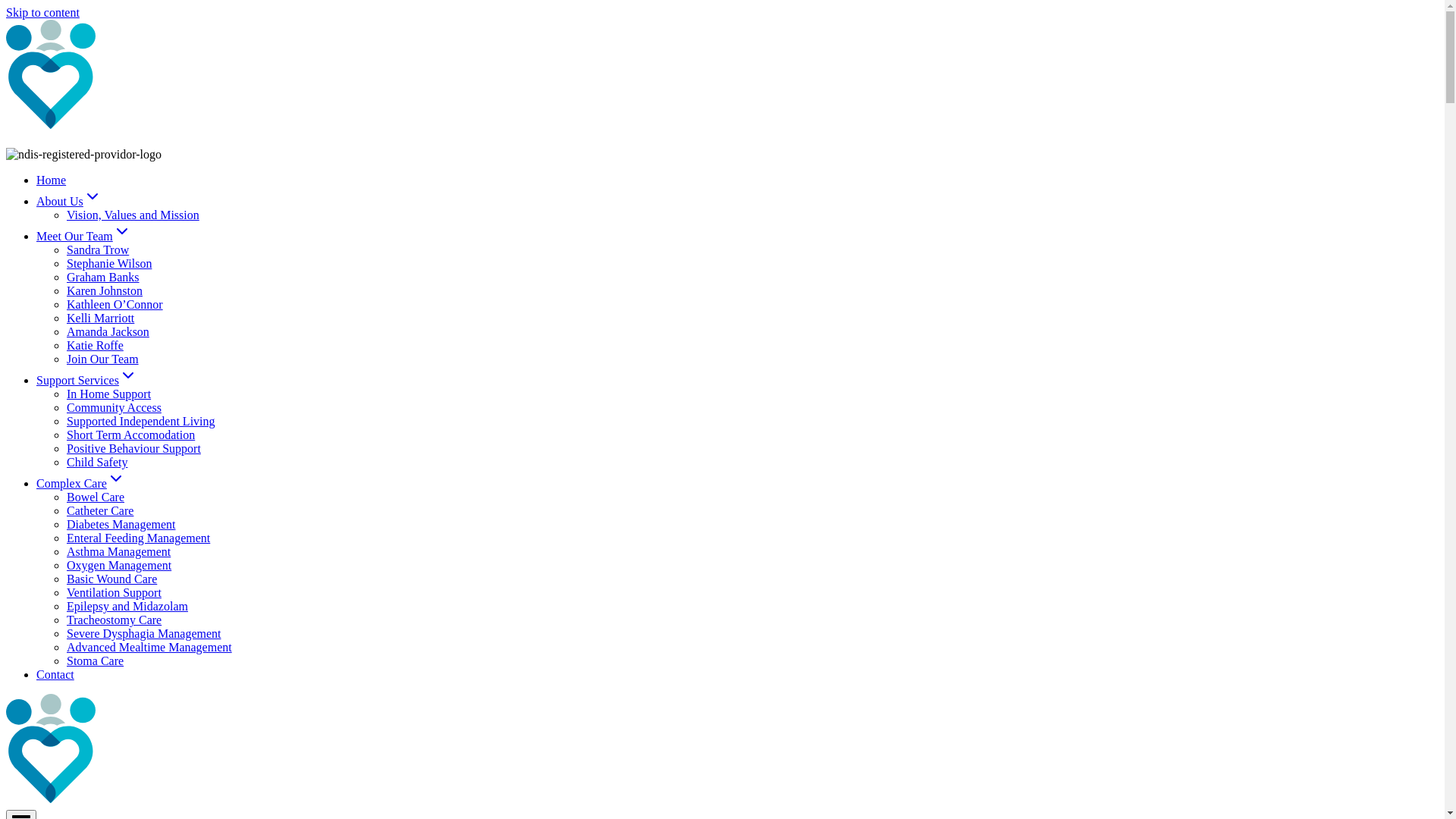  Describe the element at coordinates (94, 345) in the screenshot. I see `'Katie Roffe'` at that location.